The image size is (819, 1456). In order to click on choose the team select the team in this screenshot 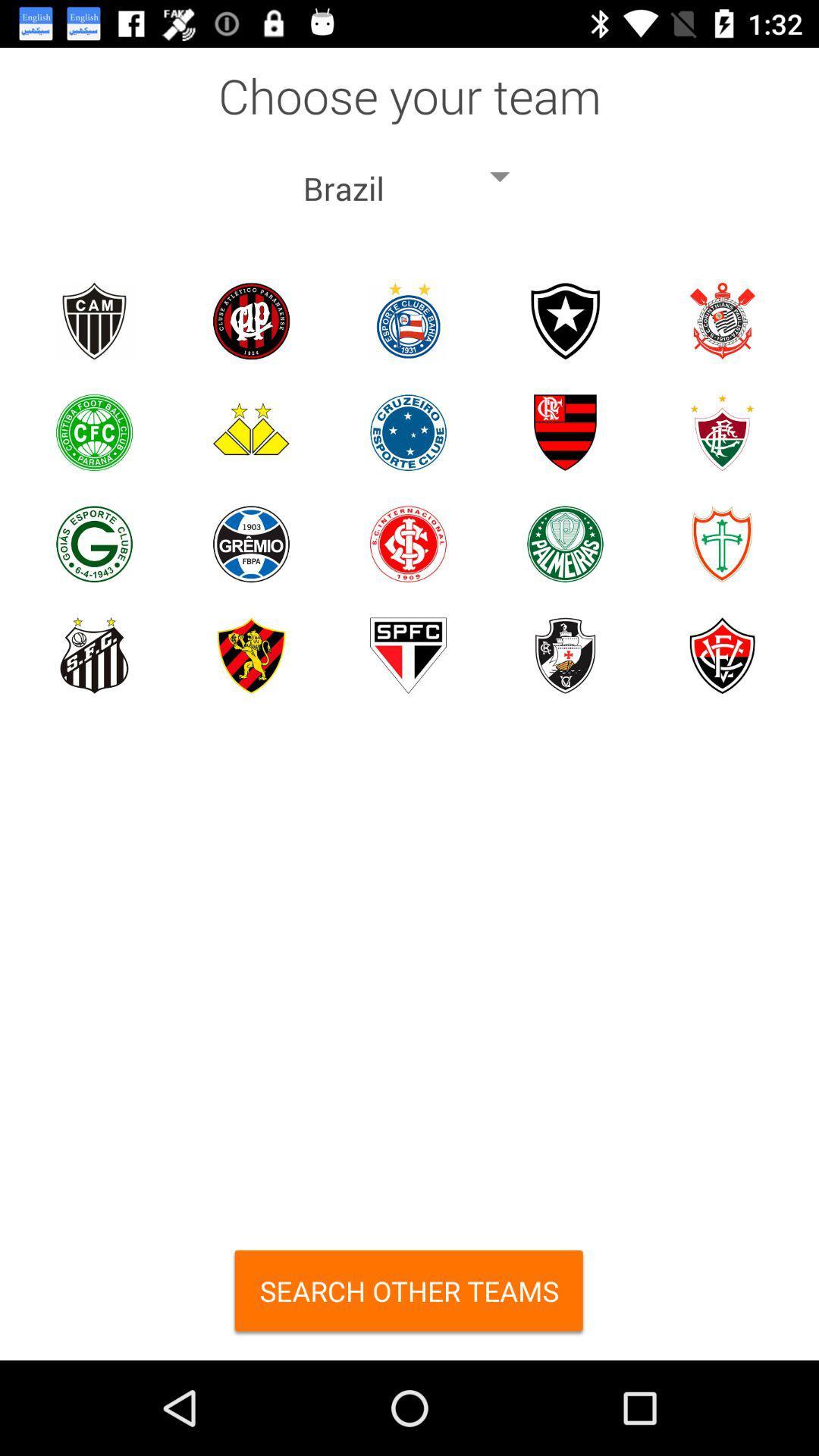, I will do `click(565, 320)`.